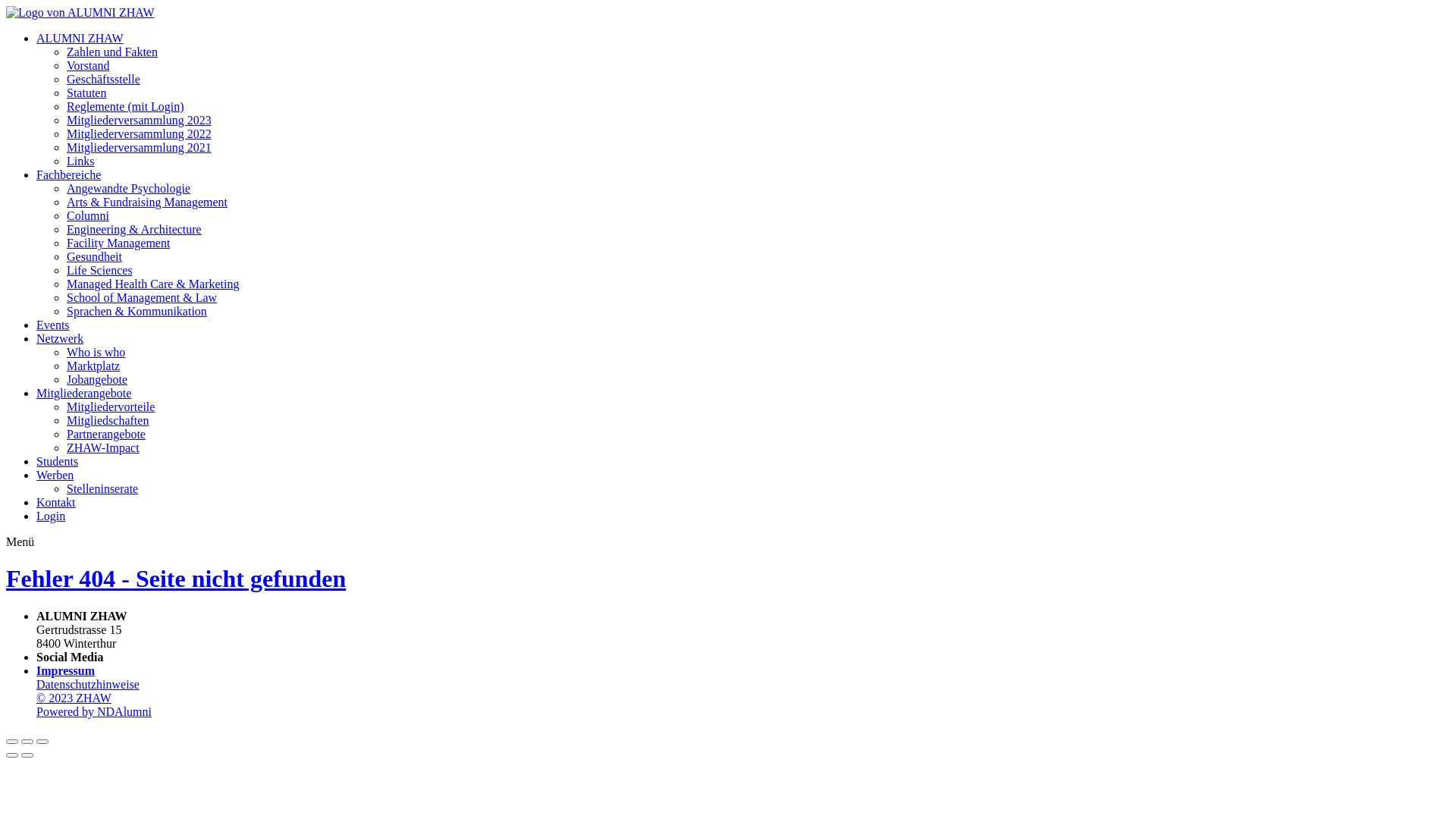 The image size is (1456, 819). What do you see at coordinates (99, 269) in the screenshot?
I see `'Life Sciences'` at bounding box center [99, 269].